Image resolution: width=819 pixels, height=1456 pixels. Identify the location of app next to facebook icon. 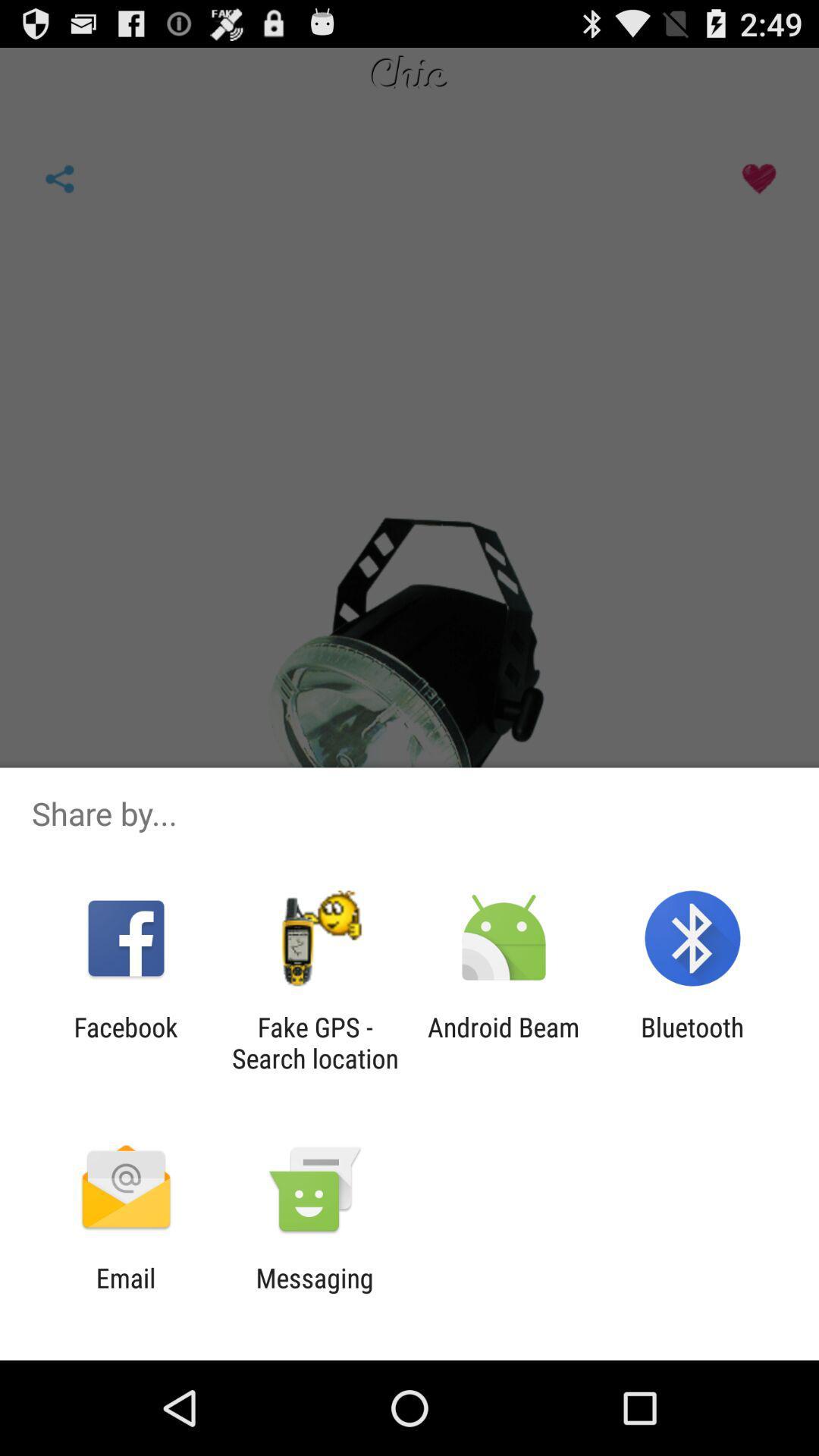
(314, 1042).